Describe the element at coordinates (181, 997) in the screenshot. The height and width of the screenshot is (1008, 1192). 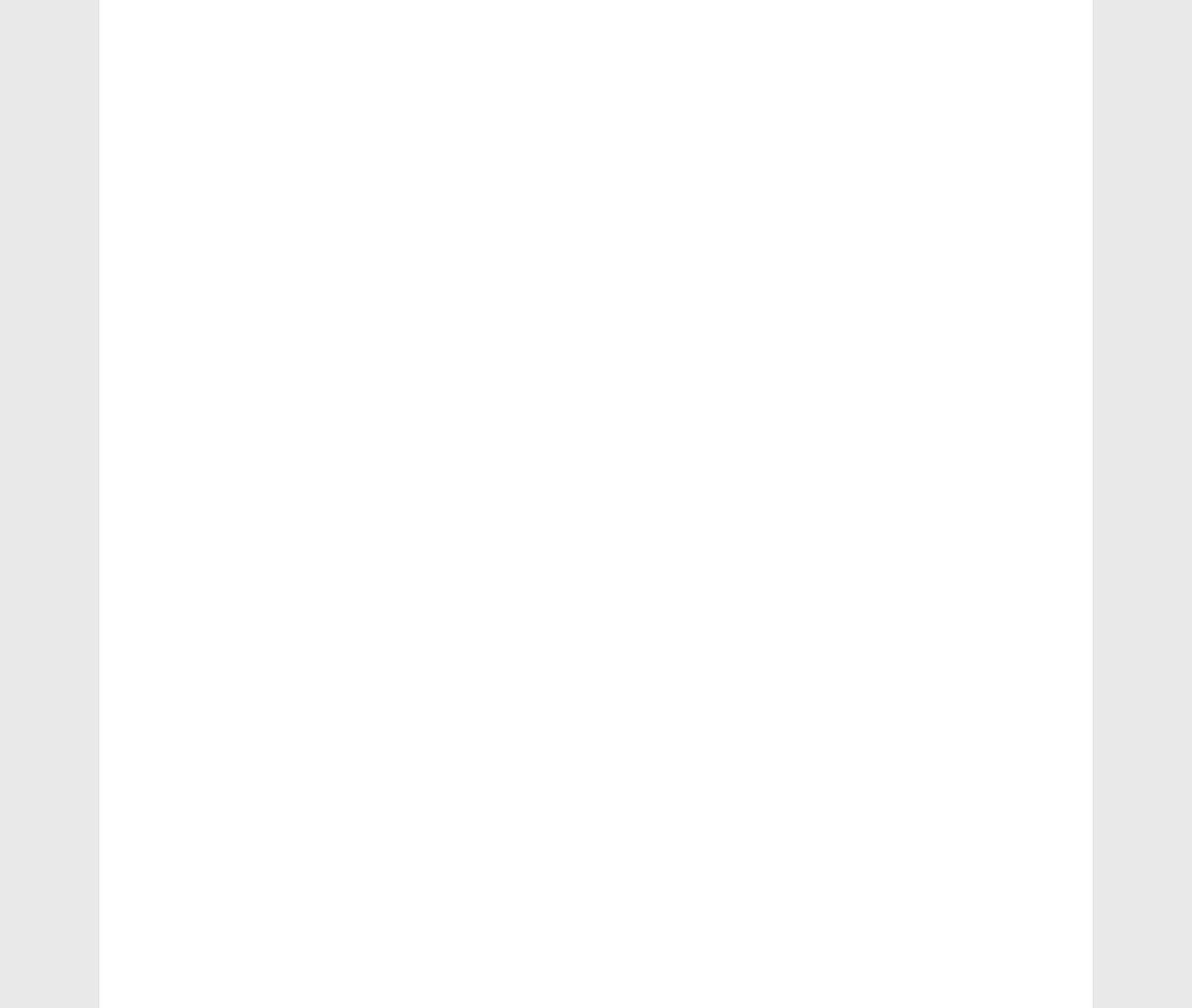
I see `'Currency'` at that location.